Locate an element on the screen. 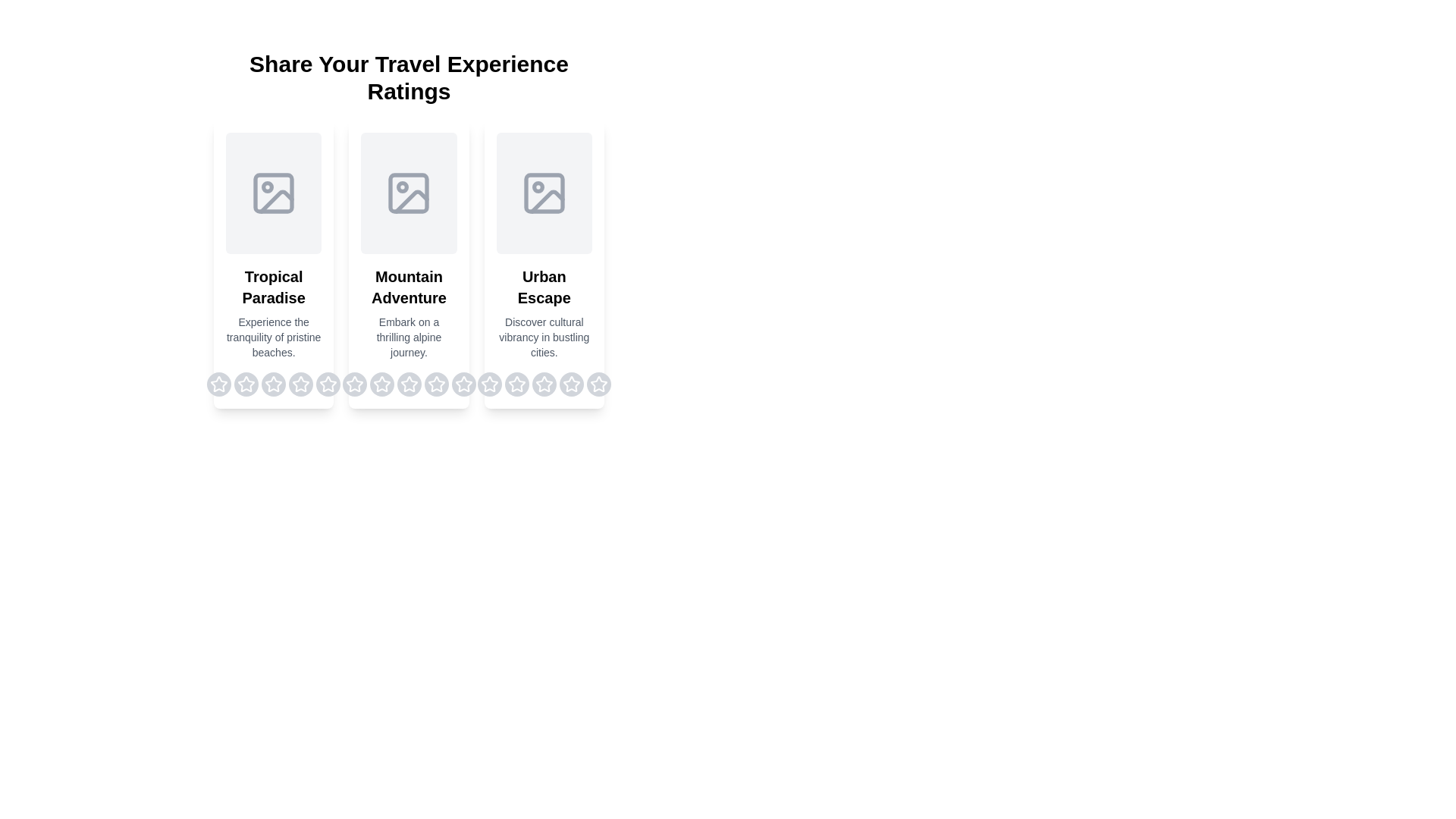  the rating for a destination to 3 stars by clicking on the corresponding star for the destination Tropical Paradise is located at coordinates (274, 383).